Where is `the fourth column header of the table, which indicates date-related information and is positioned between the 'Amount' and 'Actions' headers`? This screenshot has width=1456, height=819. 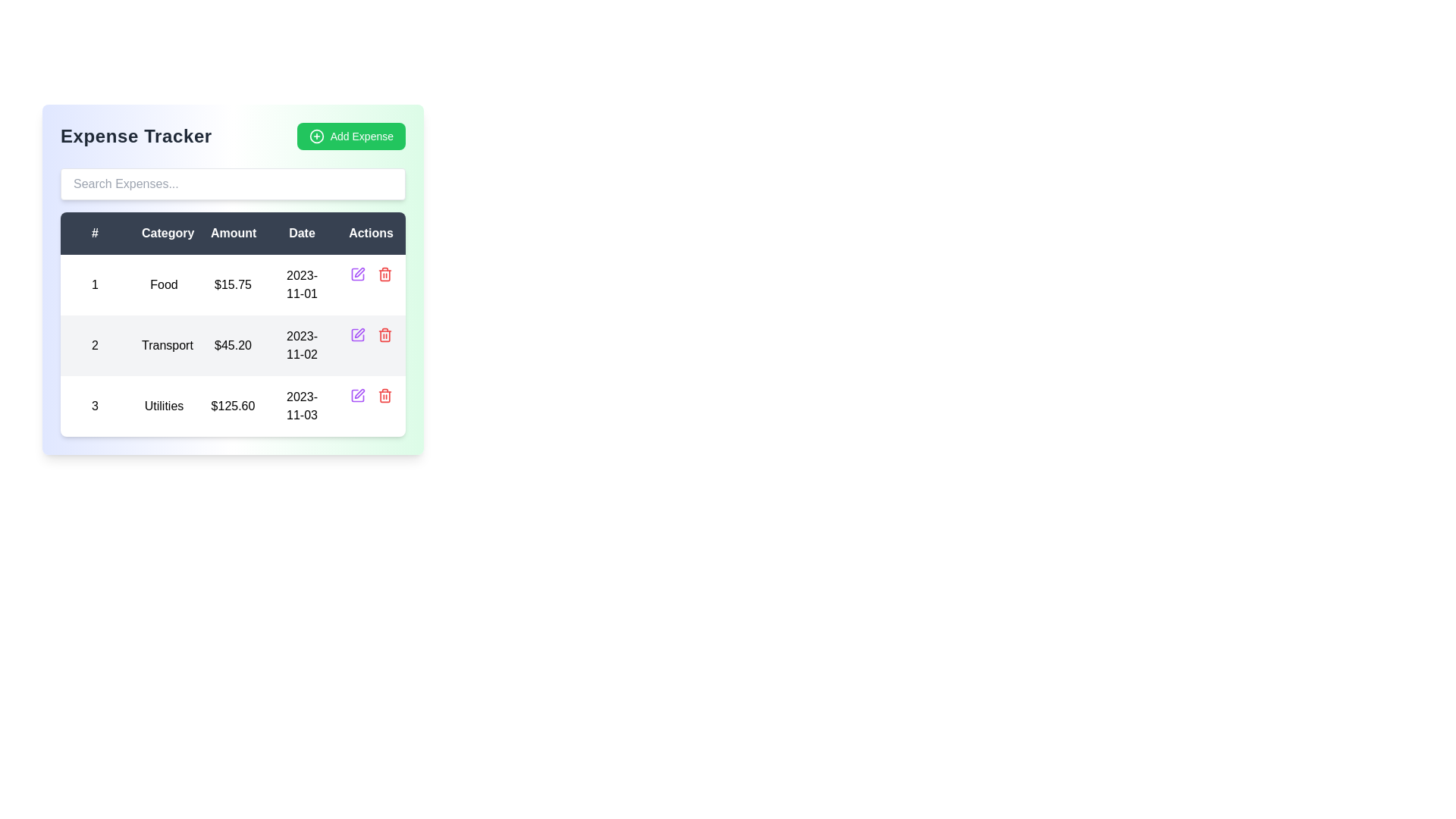 the fourth column header of the table, which indicates date-related information and is positioned between the 'Amount' and 'Actions' headers is located at coordinates (302, 234).